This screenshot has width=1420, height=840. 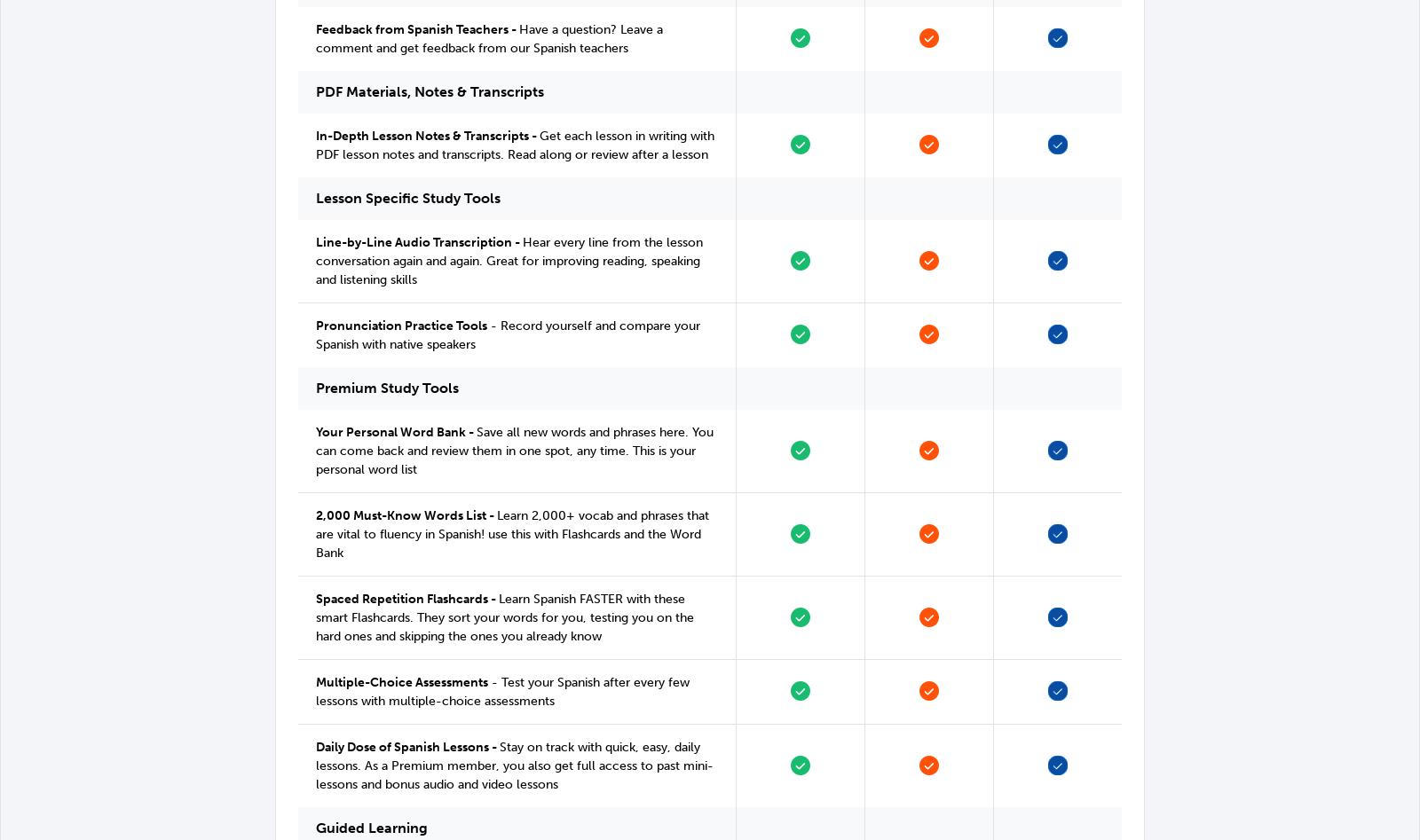 What do you see at coordinates (511, 534) in the screenshot?
I see `'Learn 2,000+ vocab and phrases that are vital to fluency in Spanish! use this with Flashcards and the Word Bank'` at bounding box center [511, 534].